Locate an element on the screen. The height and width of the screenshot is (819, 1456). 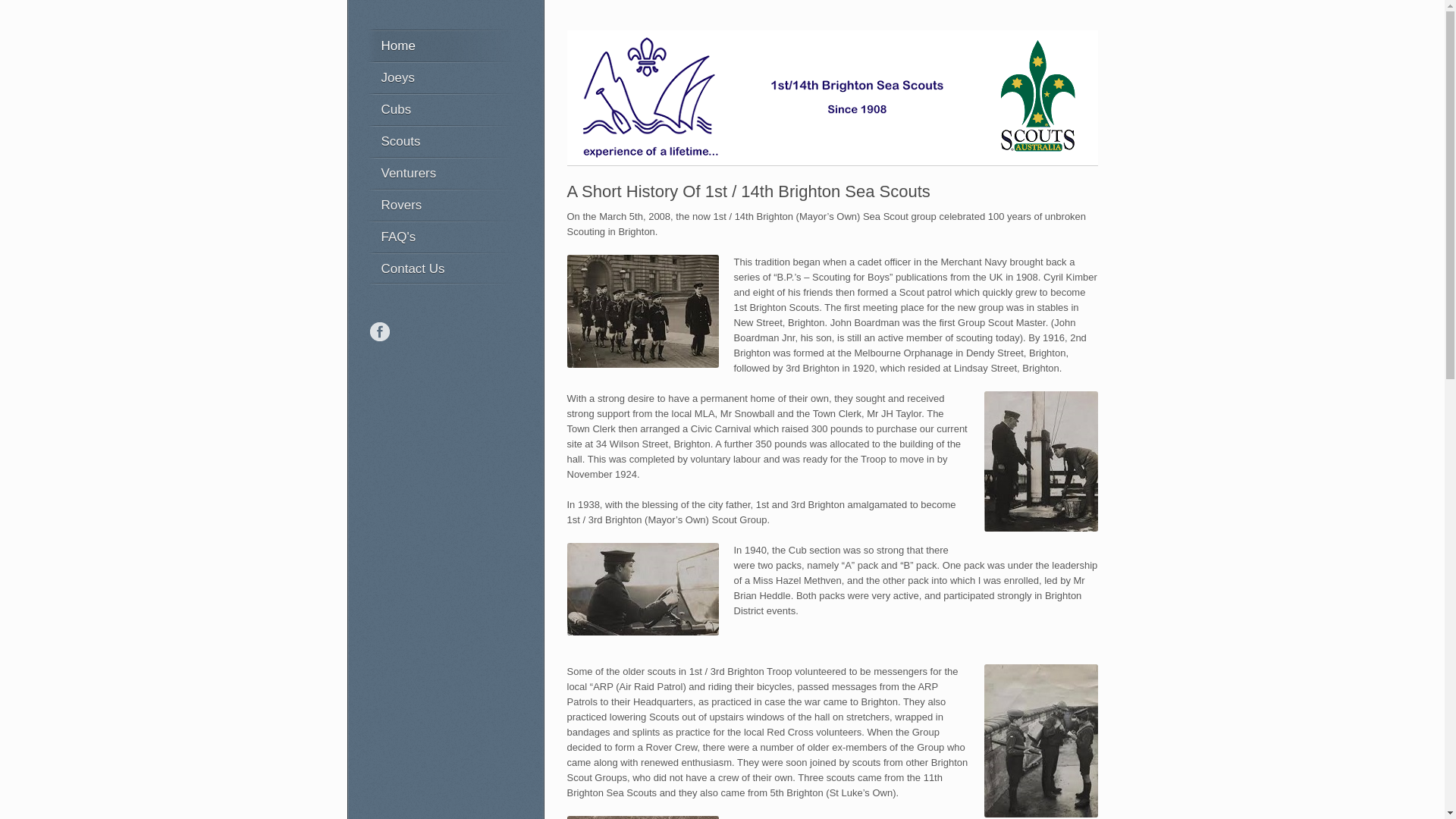
'Venturers' is located at coordinates (440, 171).